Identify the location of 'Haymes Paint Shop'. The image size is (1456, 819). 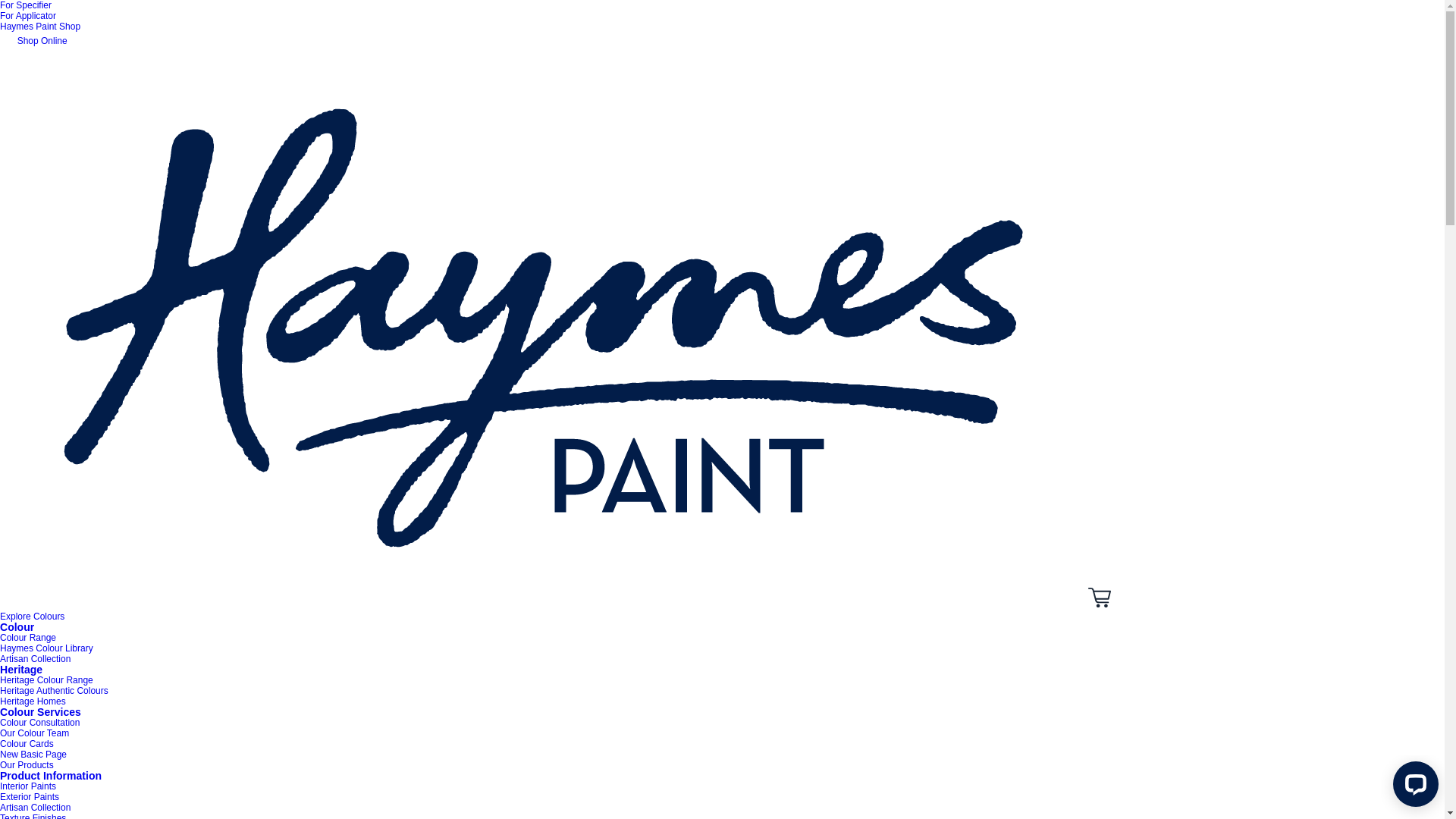
(39, 26).